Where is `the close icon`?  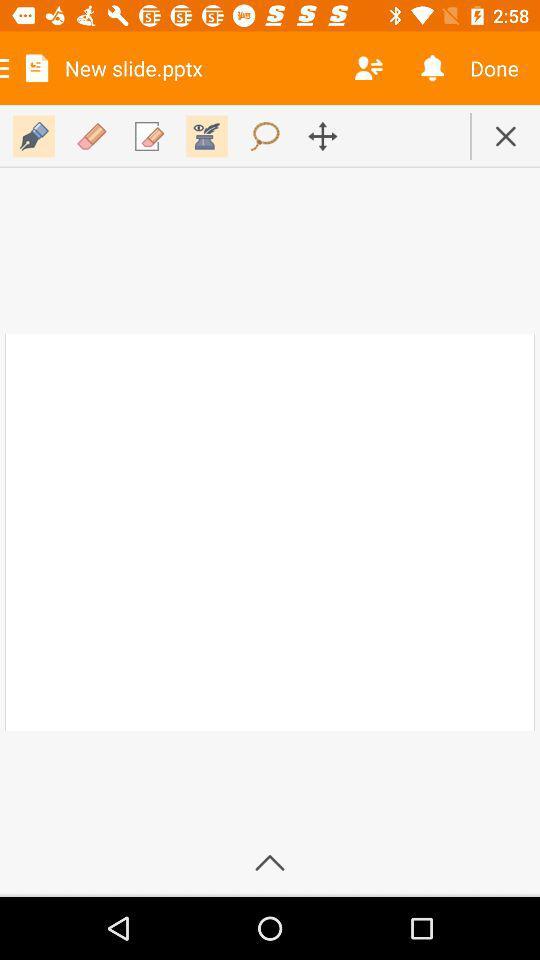
the close icon is located at coordinates (504, 135).